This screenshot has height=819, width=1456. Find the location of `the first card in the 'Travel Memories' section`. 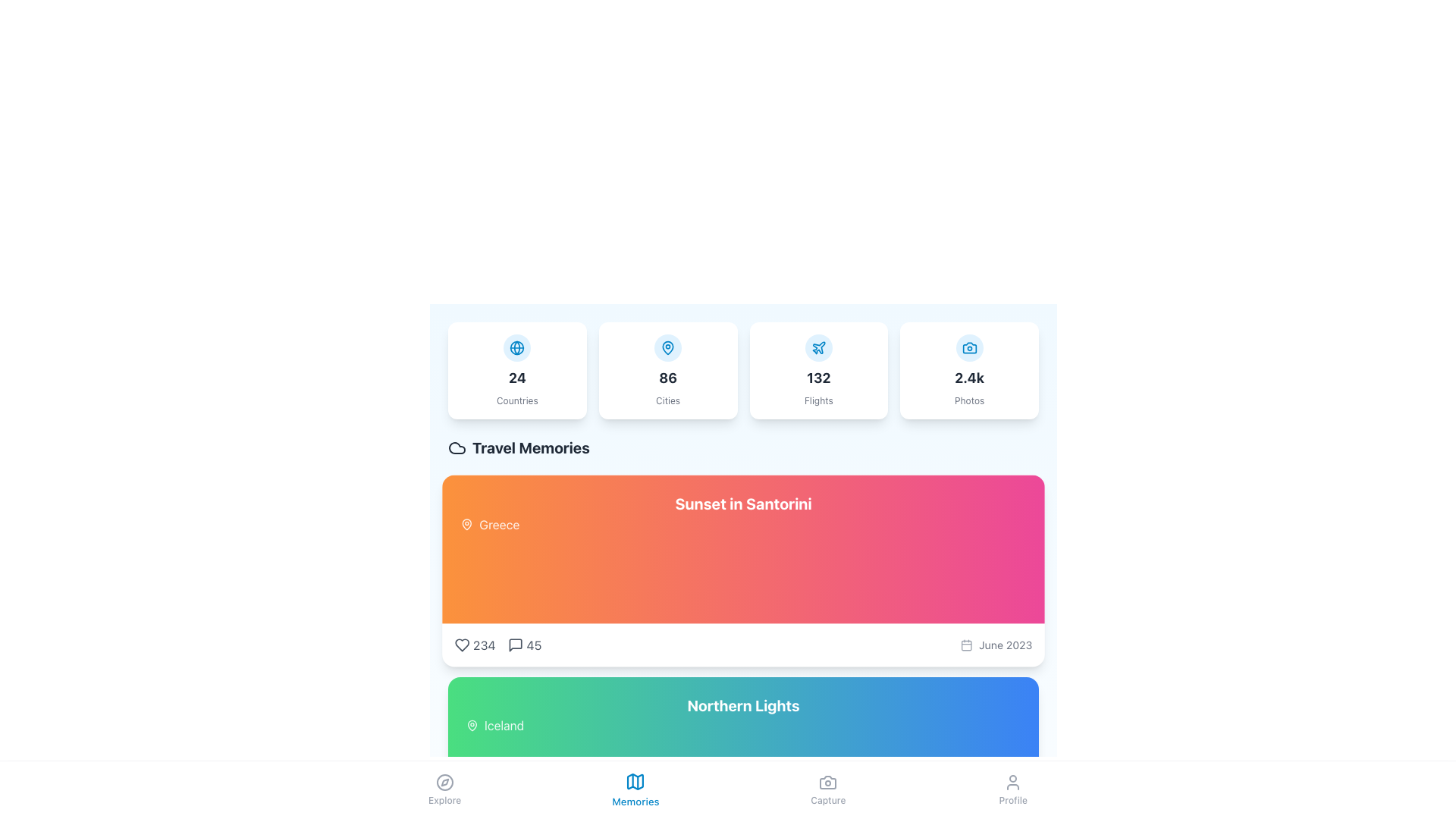

the first card in the 'Travel Memories' section is located at coordinates (743, 570).